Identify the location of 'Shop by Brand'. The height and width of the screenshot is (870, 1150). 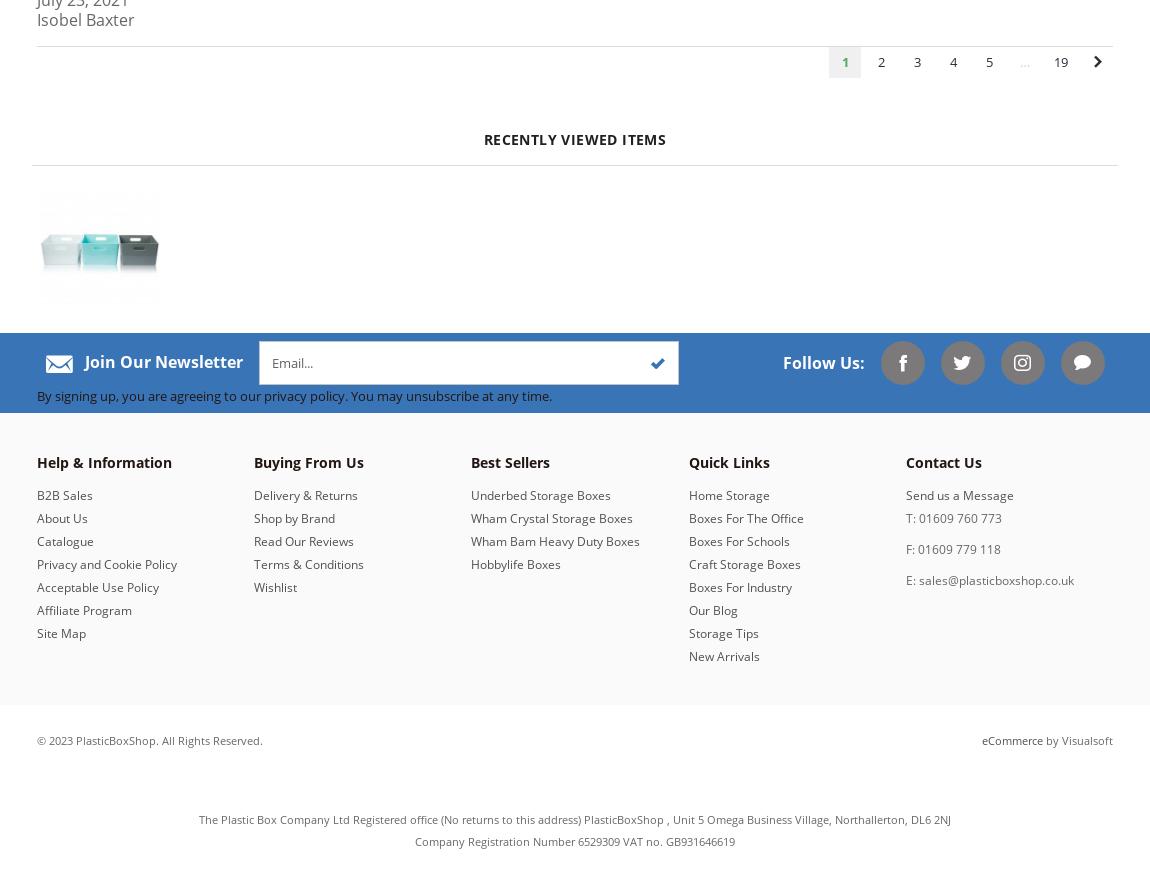
(294, 516).